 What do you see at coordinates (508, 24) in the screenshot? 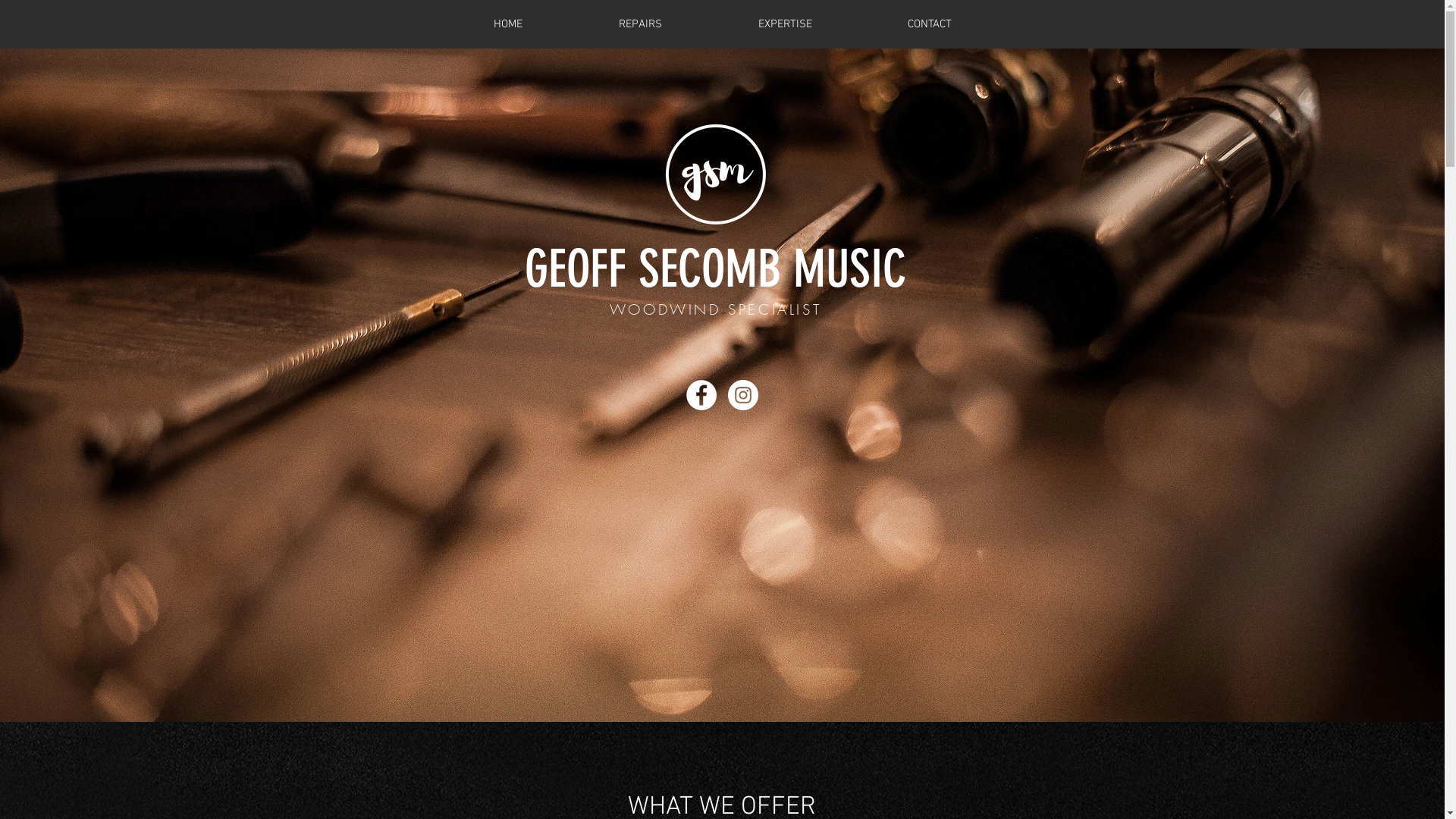
I see `'HOME'` at bounding box center [508, 24].